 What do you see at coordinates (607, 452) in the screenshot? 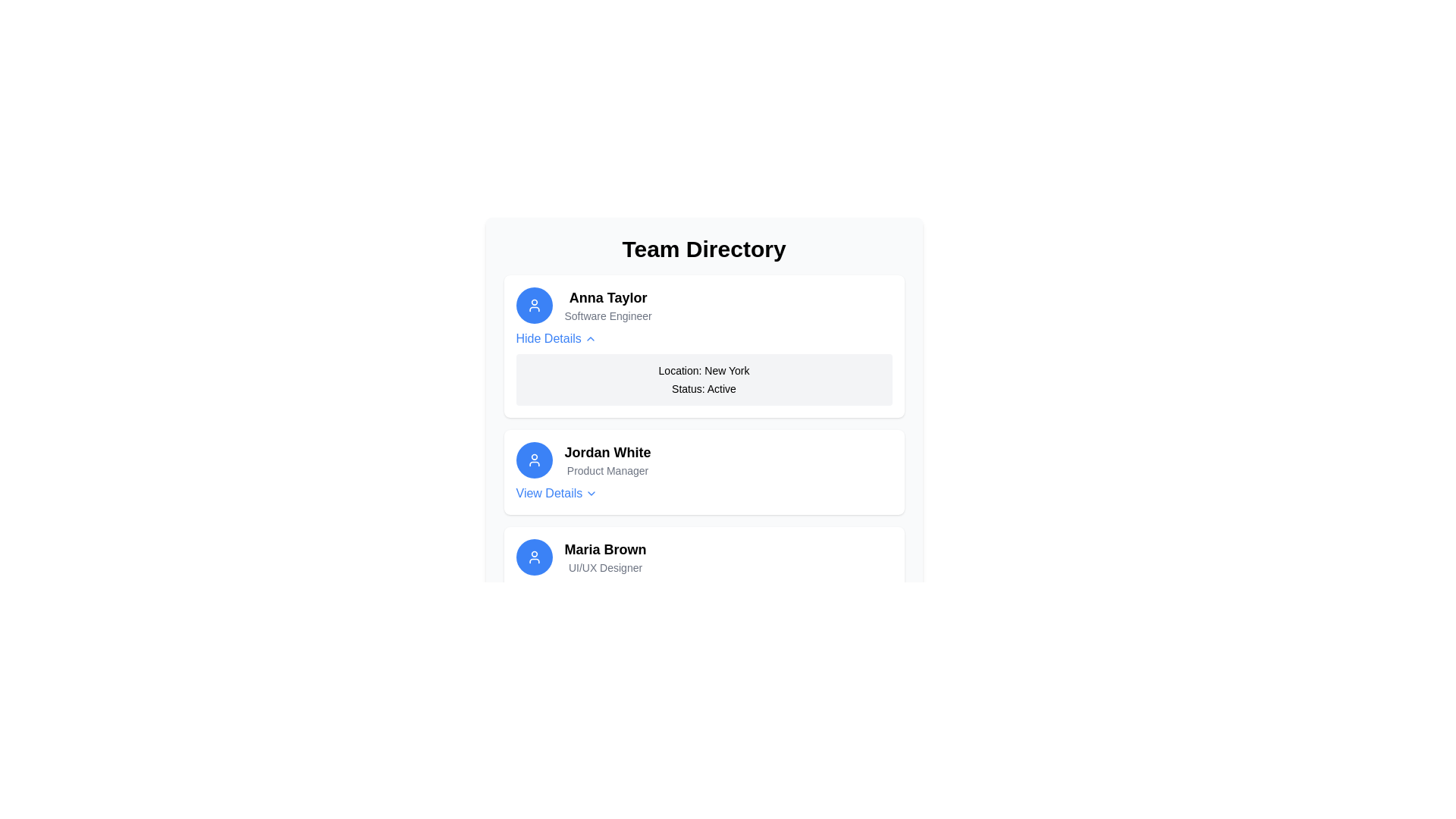
I see `name displayed in the text label showing 'Jordan White', which is prominently styled as a heading above the role title 'Product Manager' within the second user card of the 'Team Directory'` at bounding box center [607, 452].